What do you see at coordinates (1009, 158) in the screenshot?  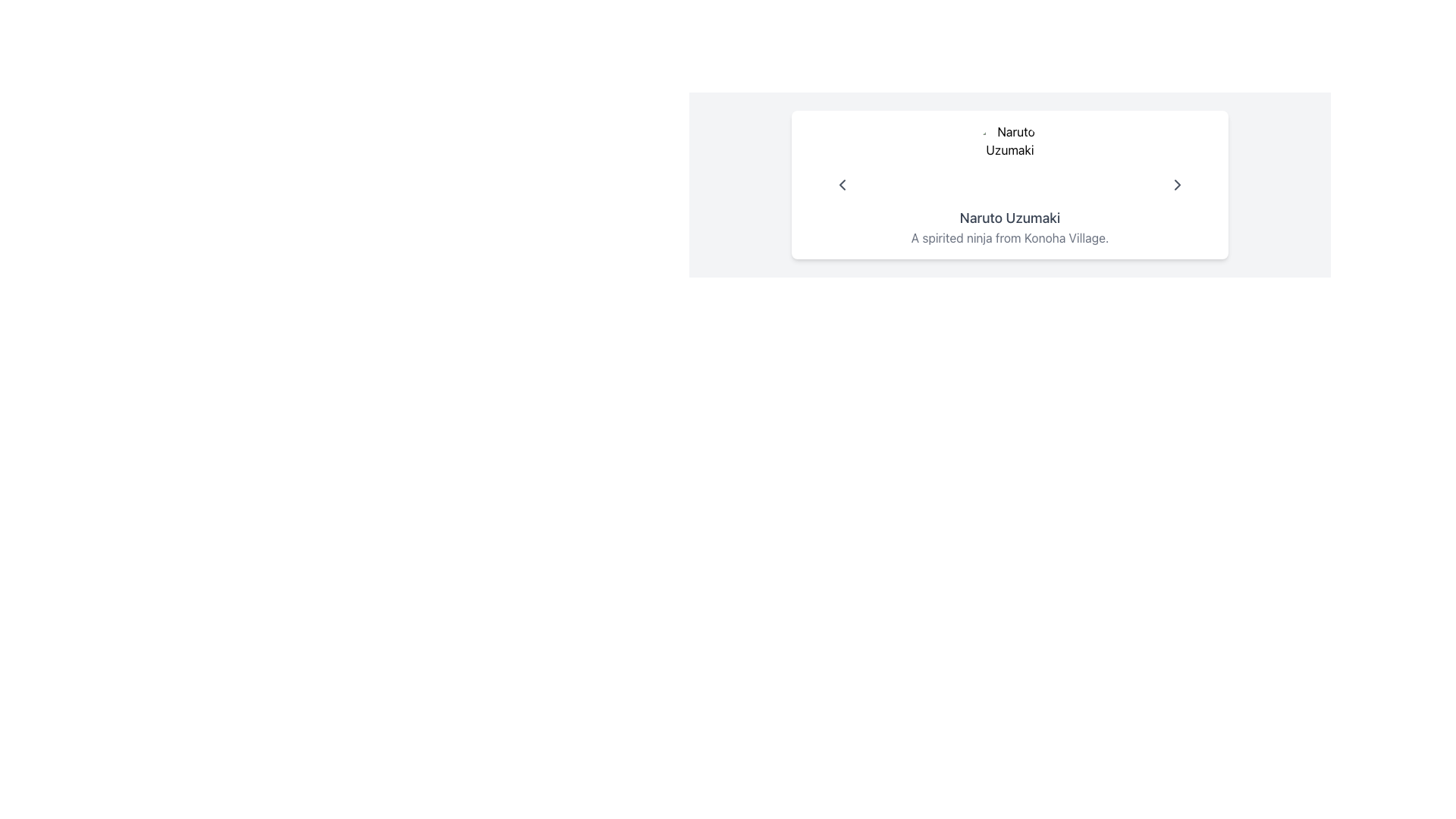 I see `the circular avatar/profile picture of 'Naruto Uzumaki'` at bounding box center [1009, 158].